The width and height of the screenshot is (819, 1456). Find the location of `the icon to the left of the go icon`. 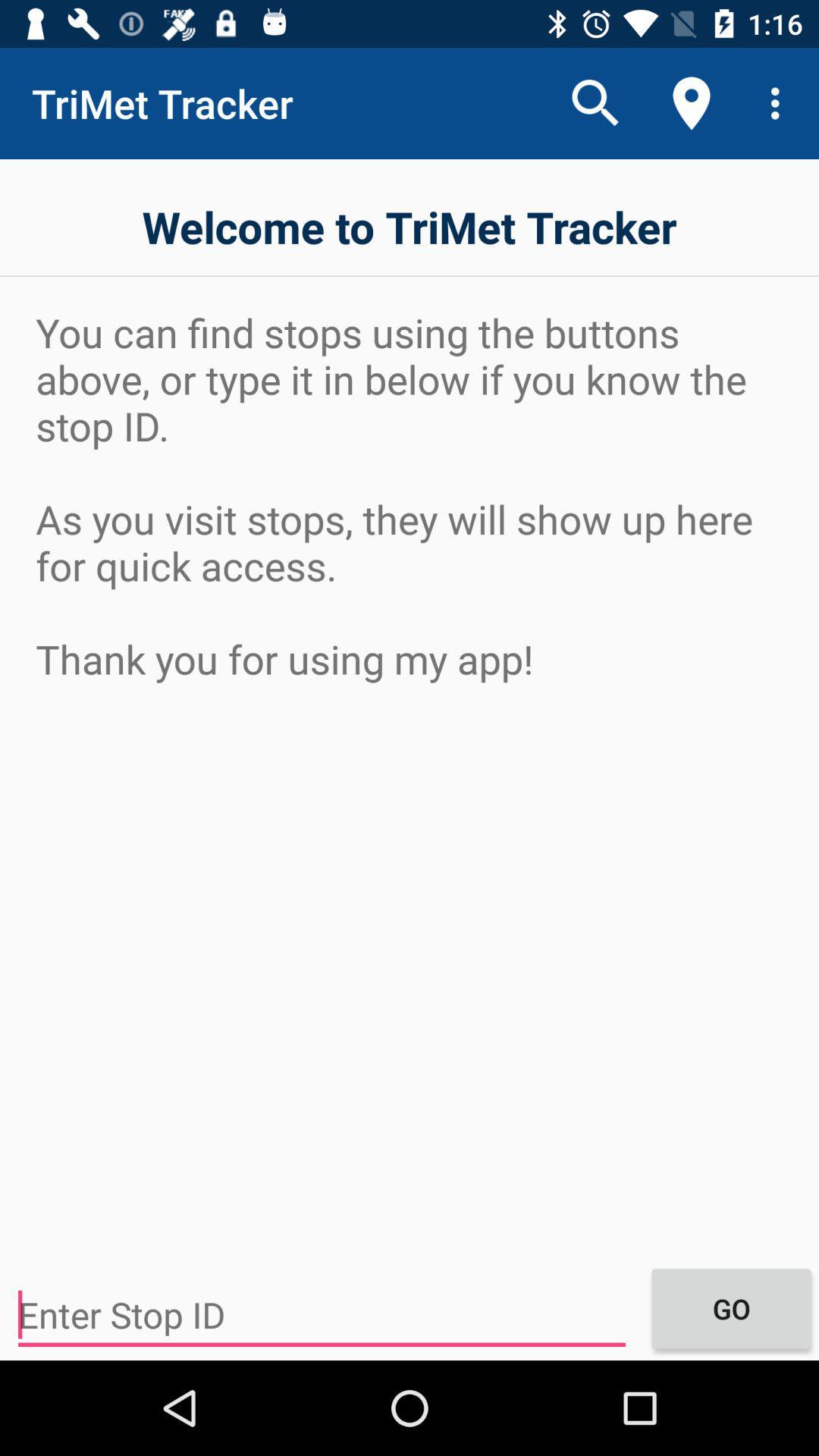

the icon to the left of the go icon is located at coordinates (321, 1314).